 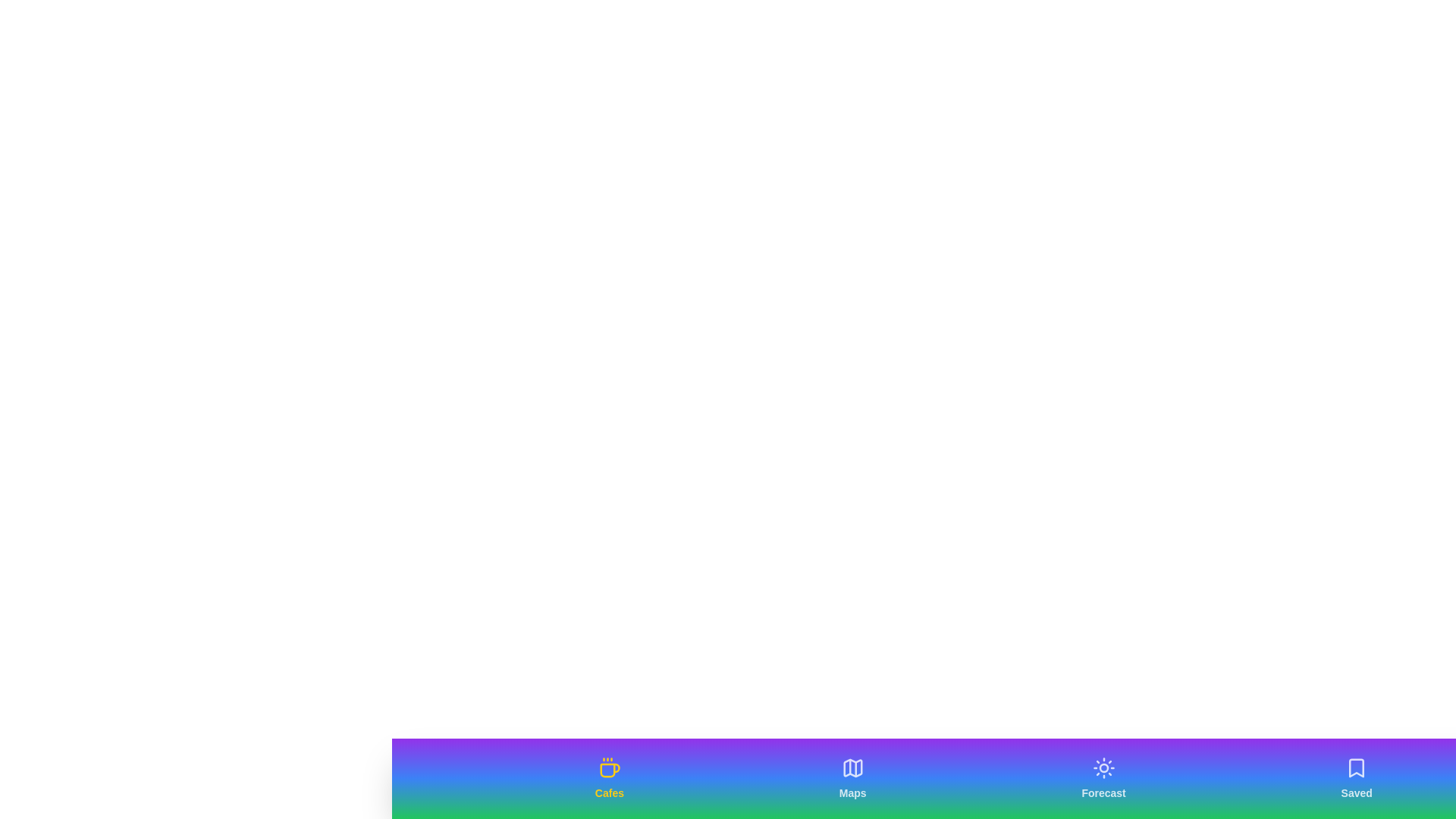 What do you see at coordinates (1357, 778) in the screenshot?
I see `the tab labeled Saved to activate it` at bounding box center [1357, 778].